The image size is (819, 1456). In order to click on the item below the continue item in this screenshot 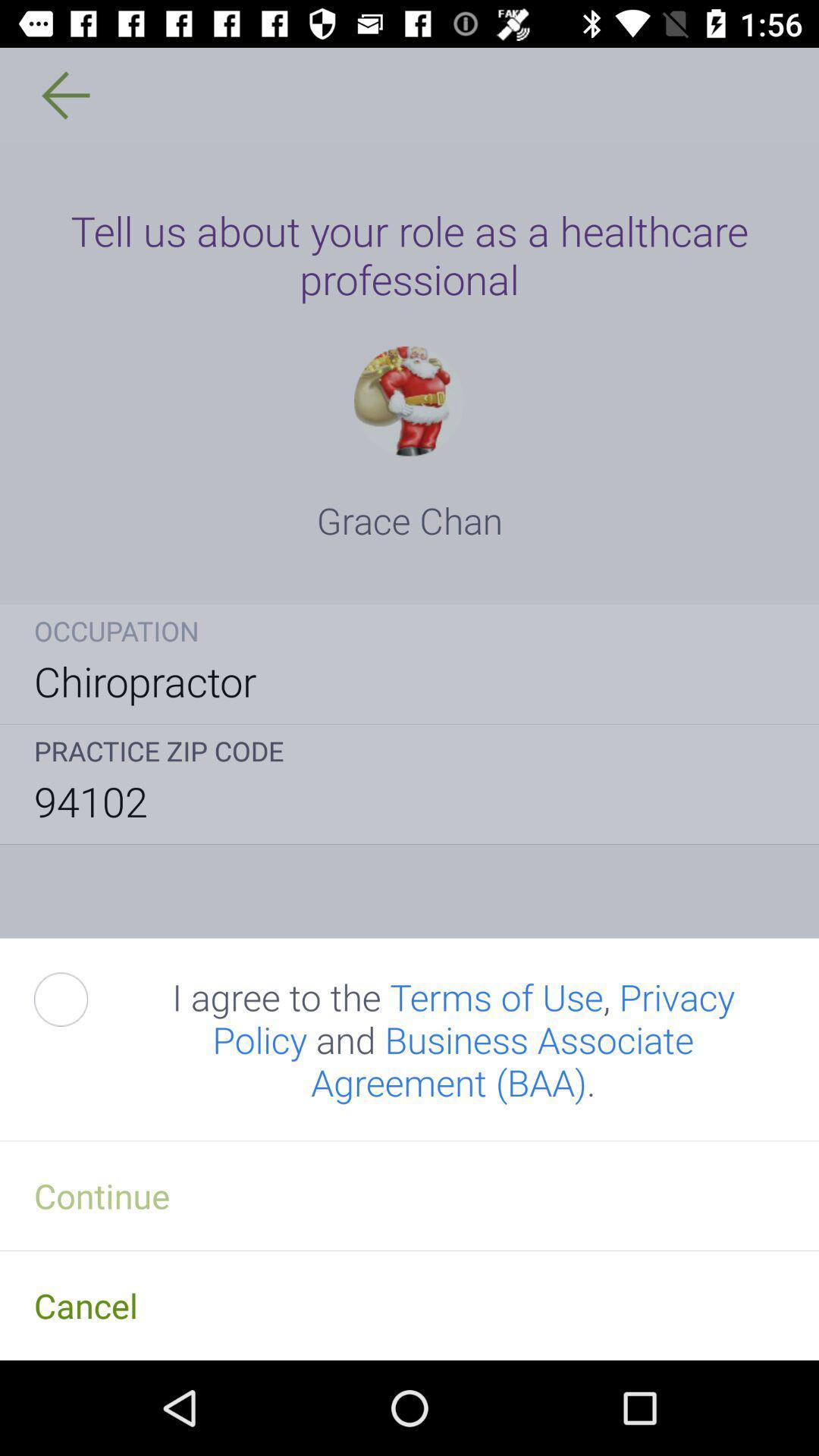, I will do `click(409, 1304)`.